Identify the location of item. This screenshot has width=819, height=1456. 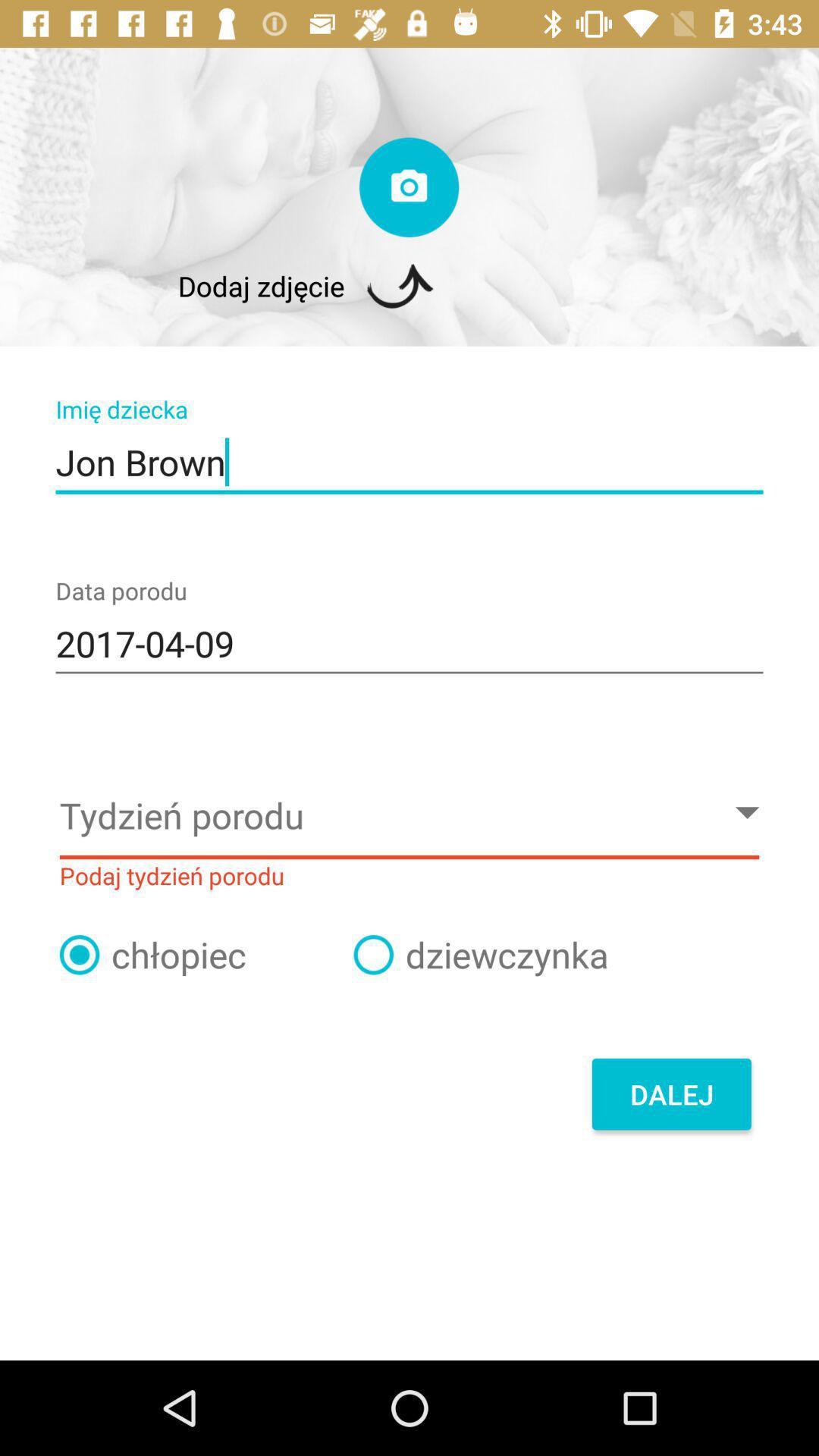
(373, 954).